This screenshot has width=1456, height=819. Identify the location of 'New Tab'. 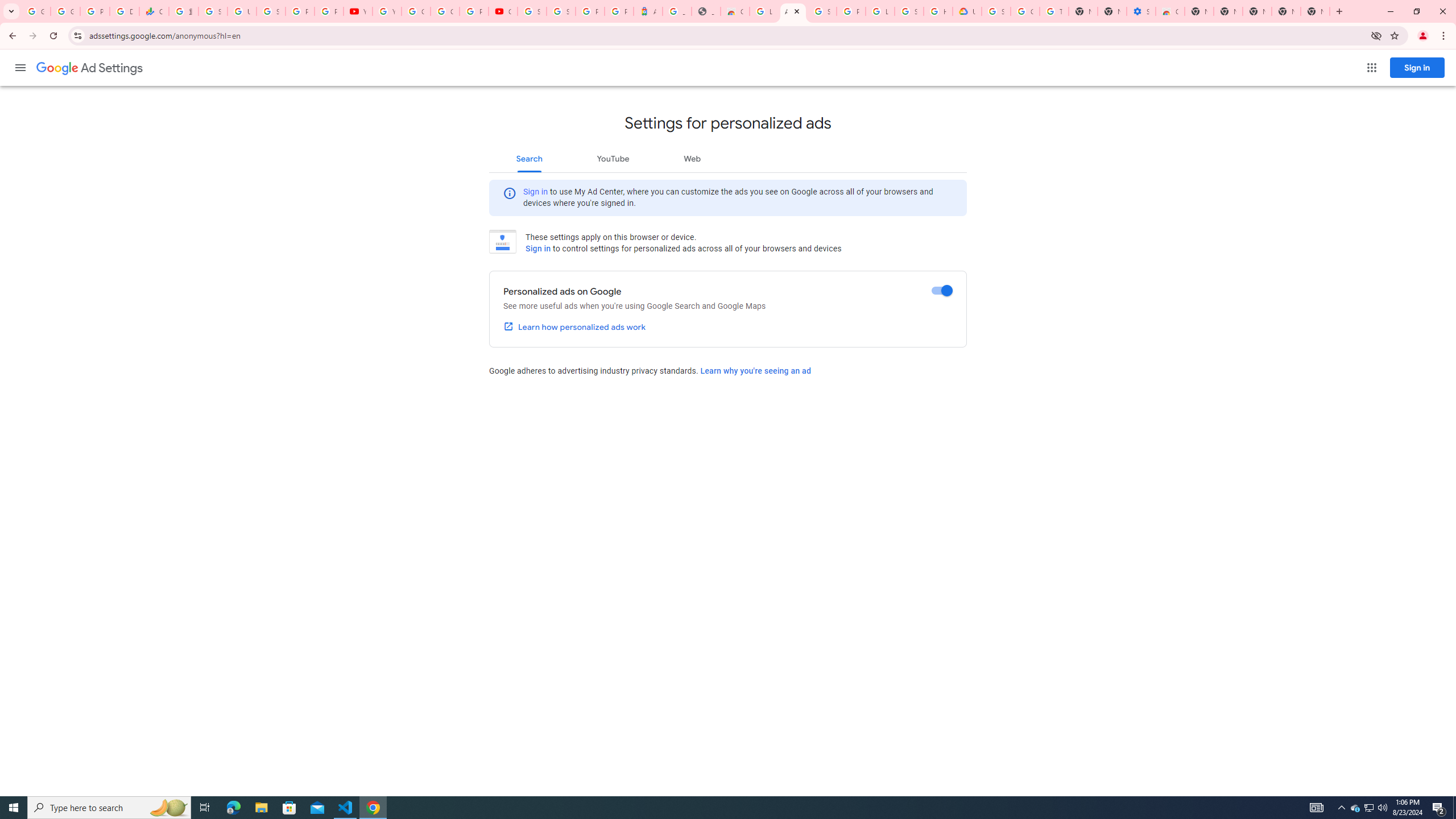
(1314, 11).